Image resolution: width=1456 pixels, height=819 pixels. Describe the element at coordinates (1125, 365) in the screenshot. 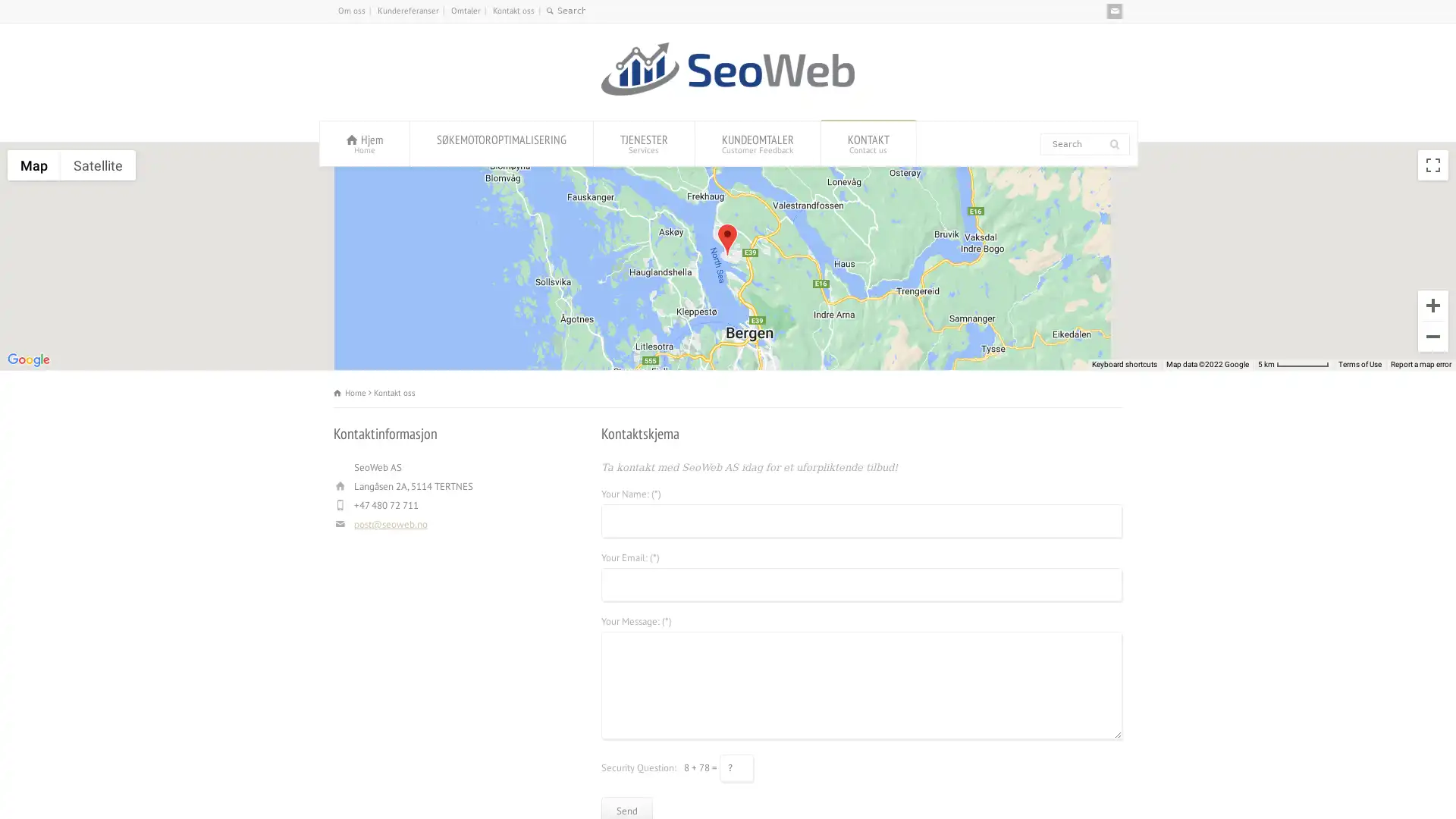

I see `Keyboard shortcuts` at that location.